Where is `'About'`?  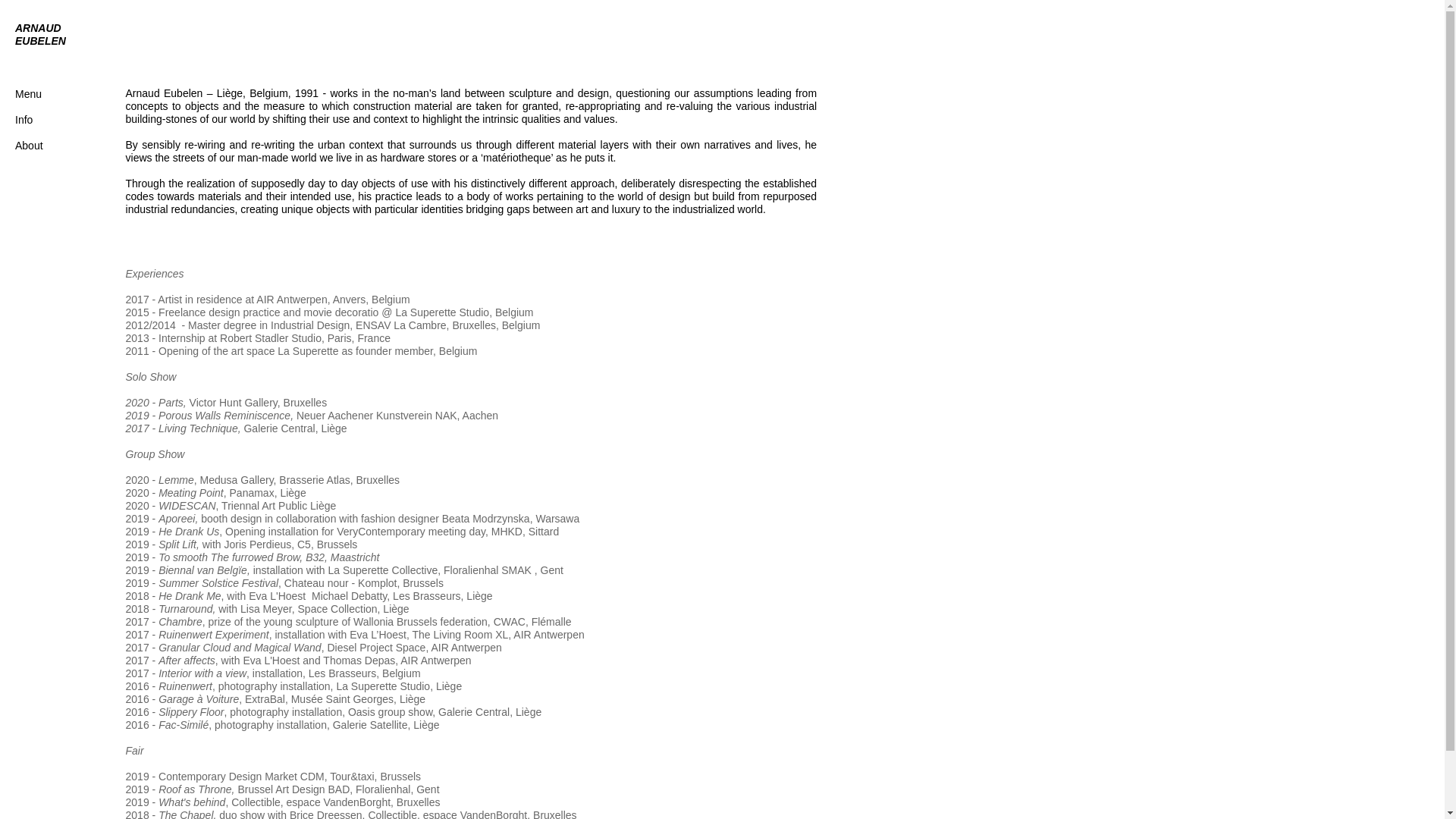 'About' is located at coordinates (14, 146).